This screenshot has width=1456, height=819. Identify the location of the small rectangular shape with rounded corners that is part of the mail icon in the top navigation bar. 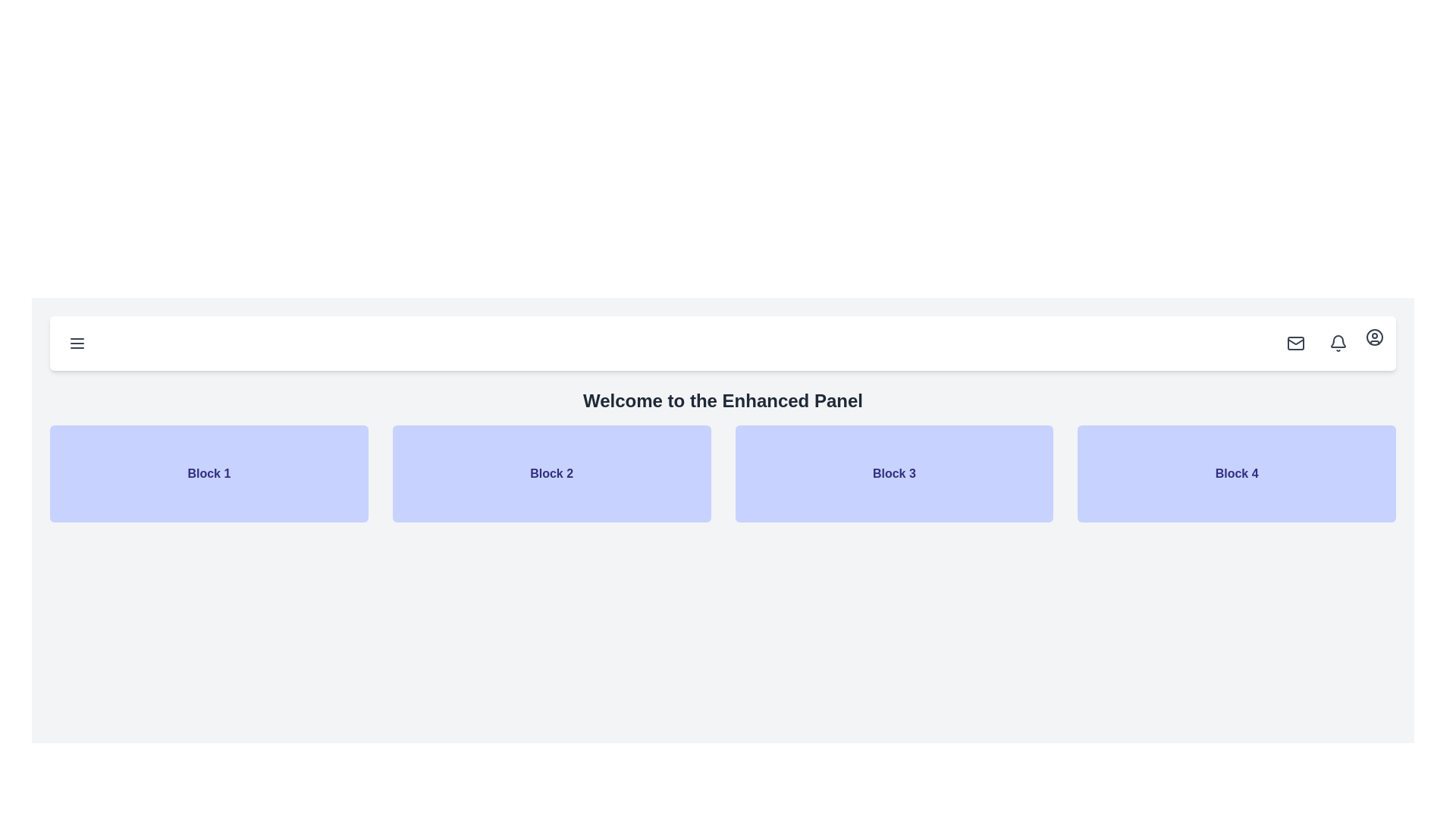
(1294, 343).